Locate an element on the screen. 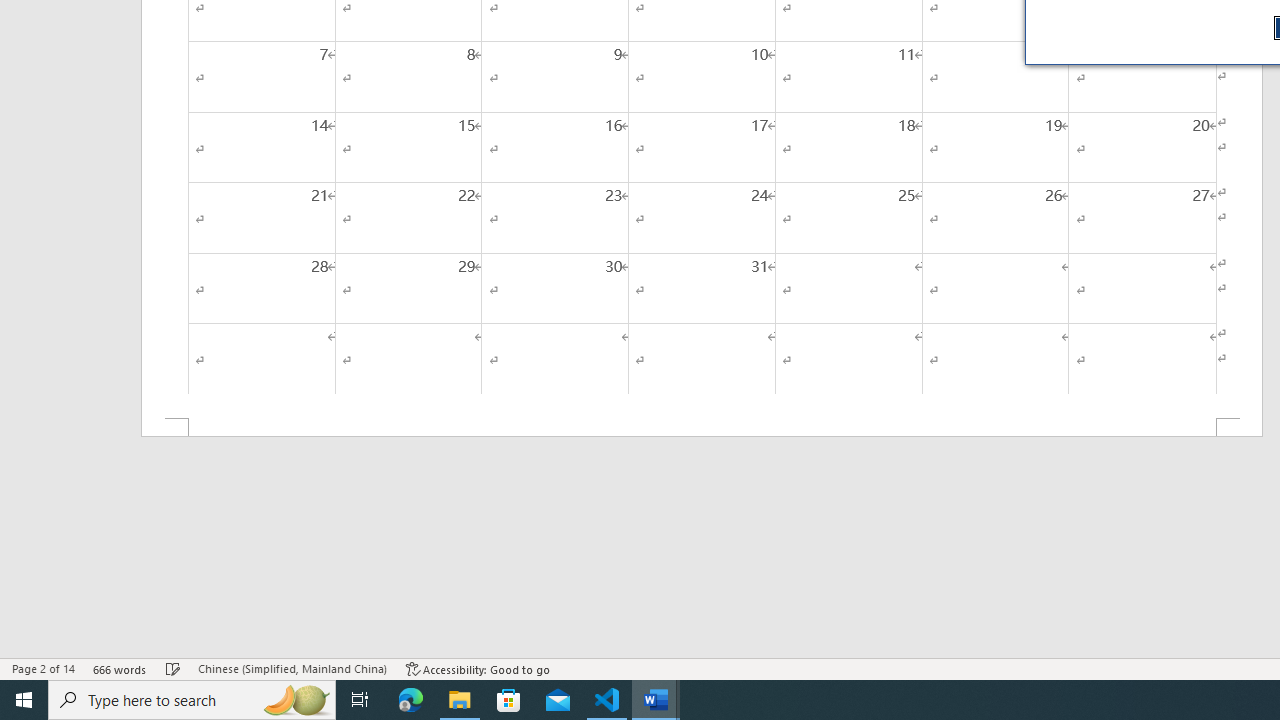  'Spelling and Grammar Check Checking' is located at coordinates (173, 669).